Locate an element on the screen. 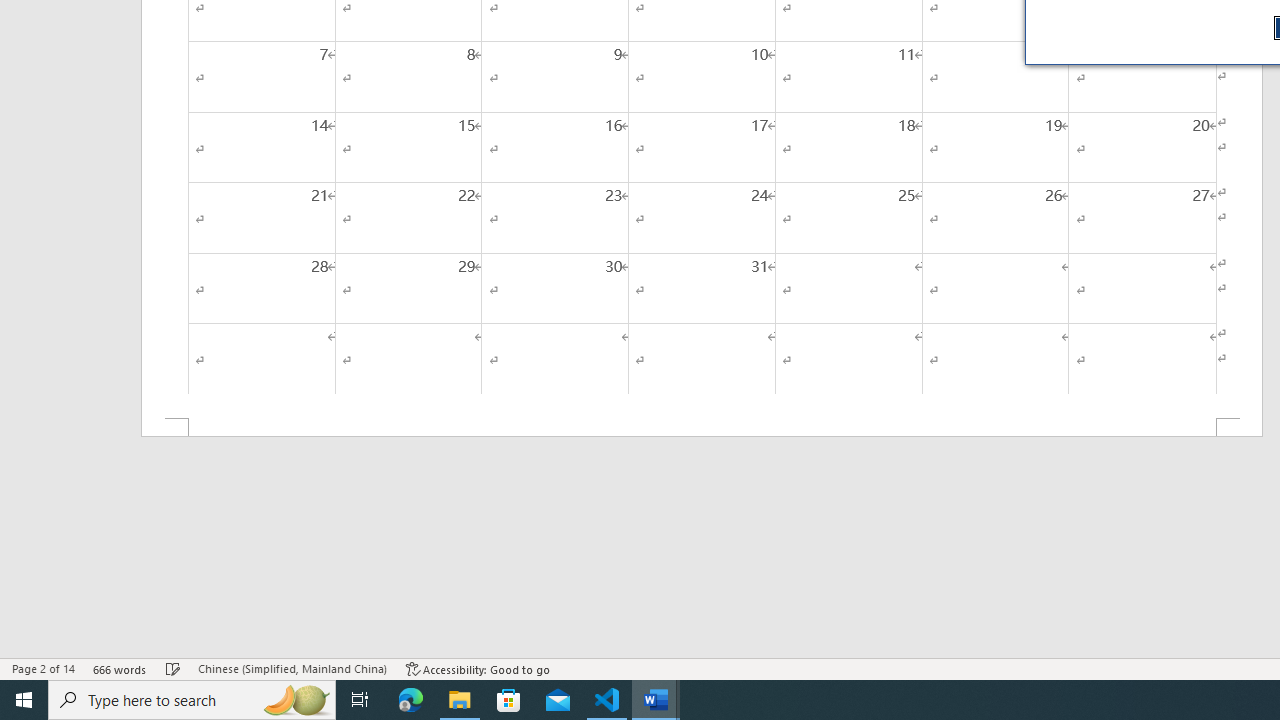  'Spelling and Grammar Check Checking' is located at coordinates (173, 669).